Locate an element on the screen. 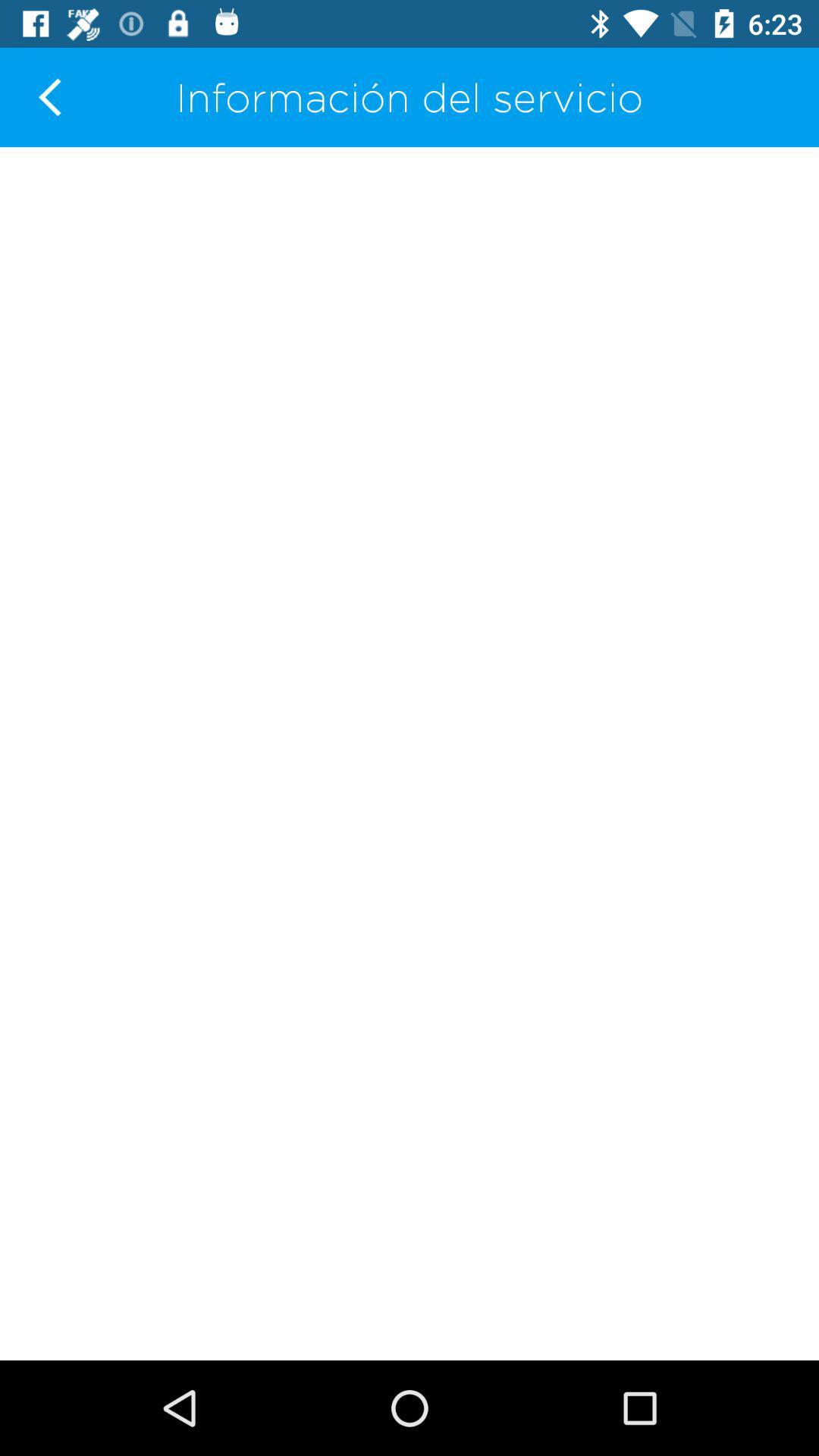 This screenshot has width=819, height=1456. the icon at the center is located at coordinates (409, 754).